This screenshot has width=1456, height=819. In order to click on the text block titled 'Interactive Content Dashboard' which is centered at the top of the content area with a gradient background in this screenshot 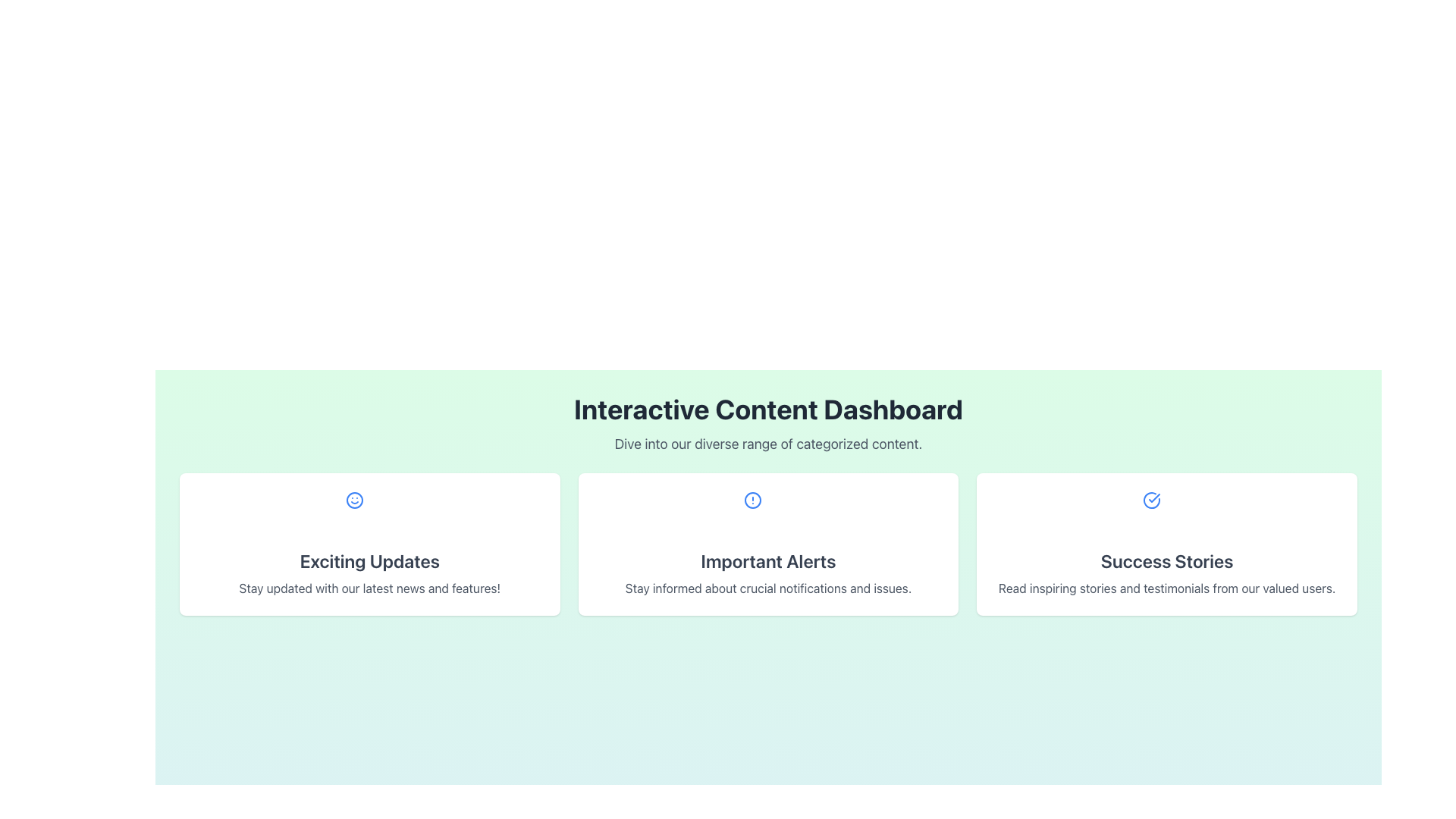, I will do `click(768, 424)`.